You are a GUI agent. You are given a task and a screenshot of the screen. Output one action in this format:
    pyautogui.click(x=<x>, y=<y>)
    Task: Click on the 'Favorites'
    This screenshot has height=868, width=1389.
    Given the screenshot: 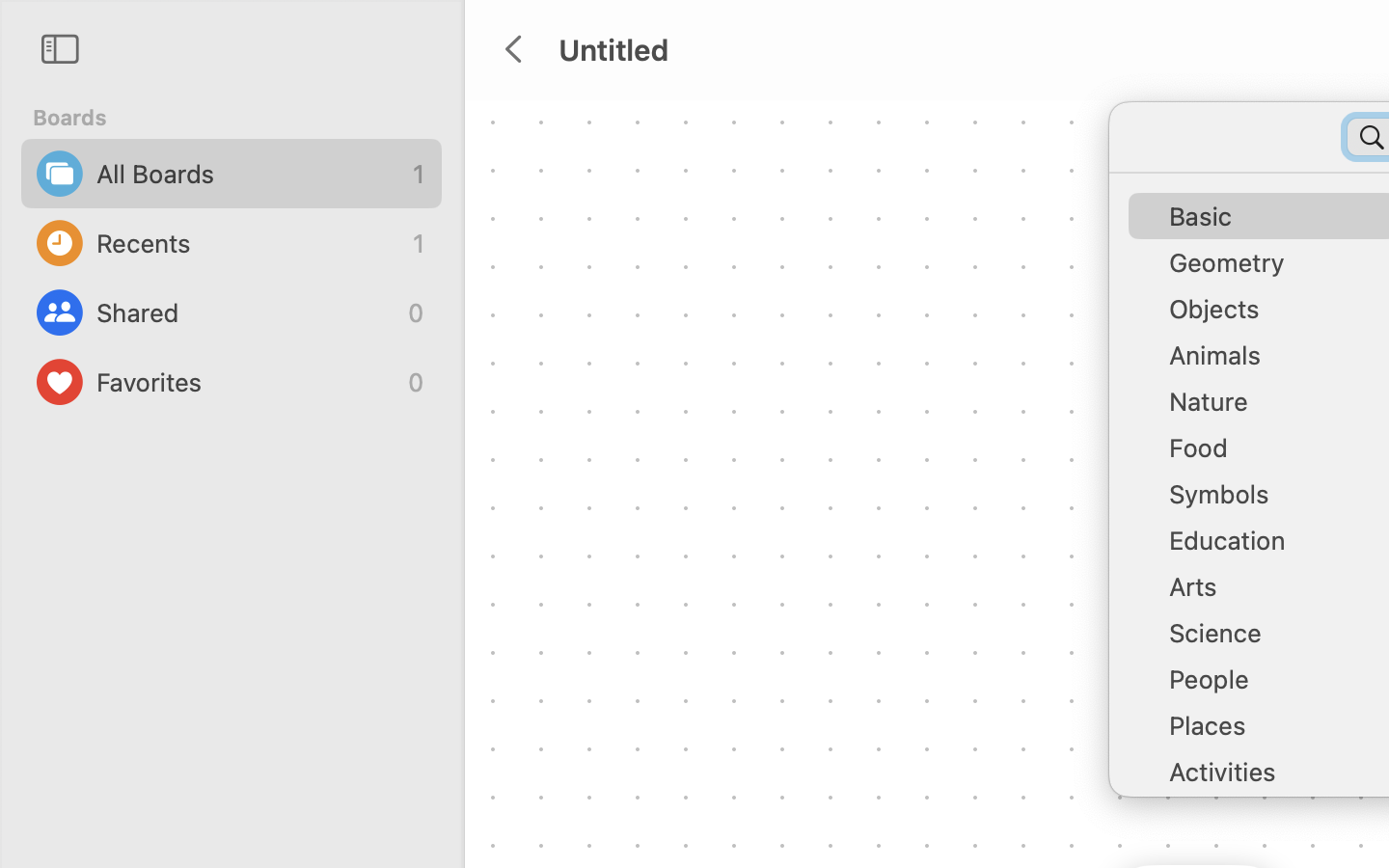 What is the action you would take?
    pyautogui.click(x=246, y=382)
    